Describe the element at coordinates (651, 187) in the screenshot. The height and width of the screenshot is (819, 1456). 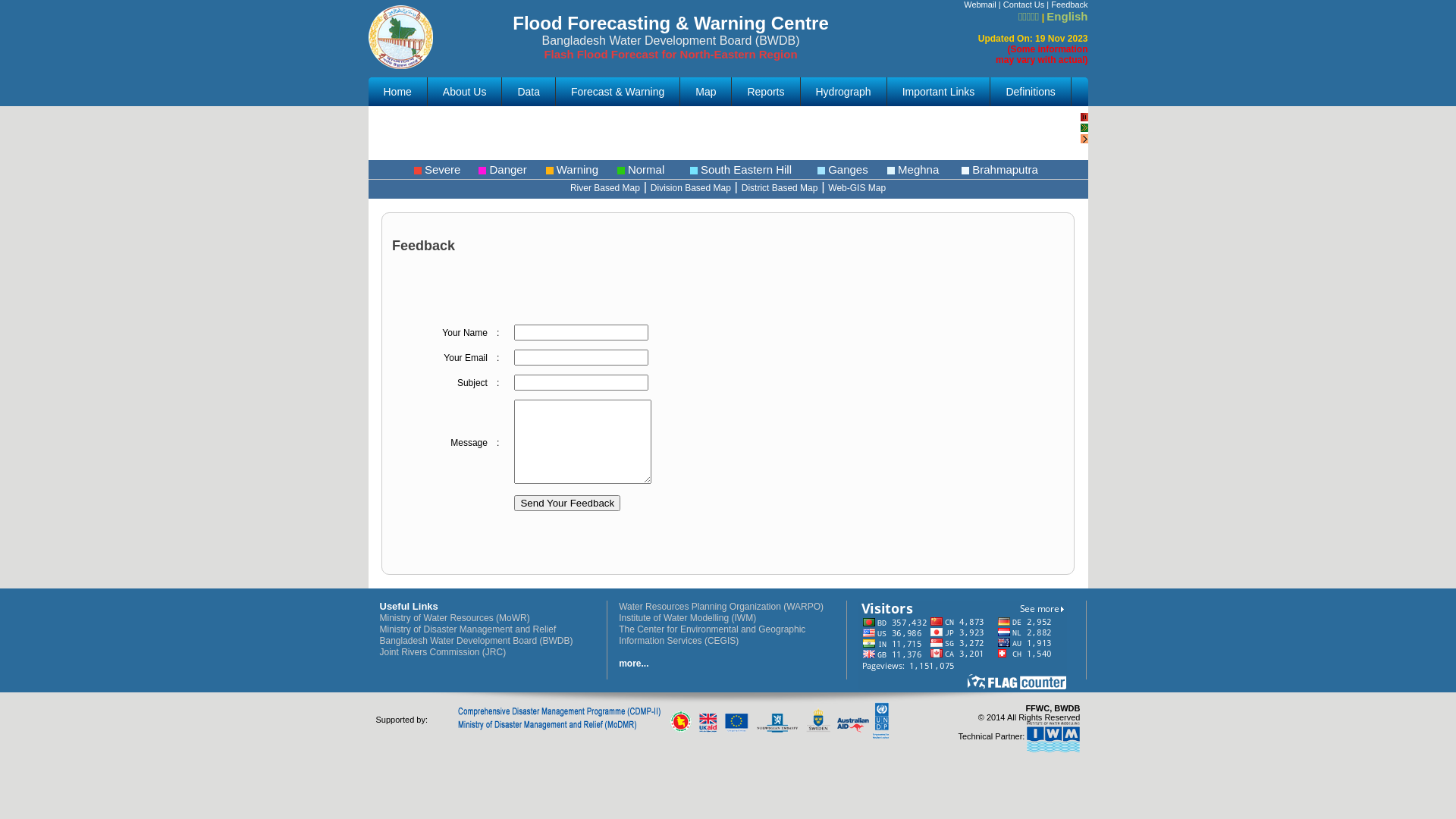
I see `'Division Based Map'` at that location.